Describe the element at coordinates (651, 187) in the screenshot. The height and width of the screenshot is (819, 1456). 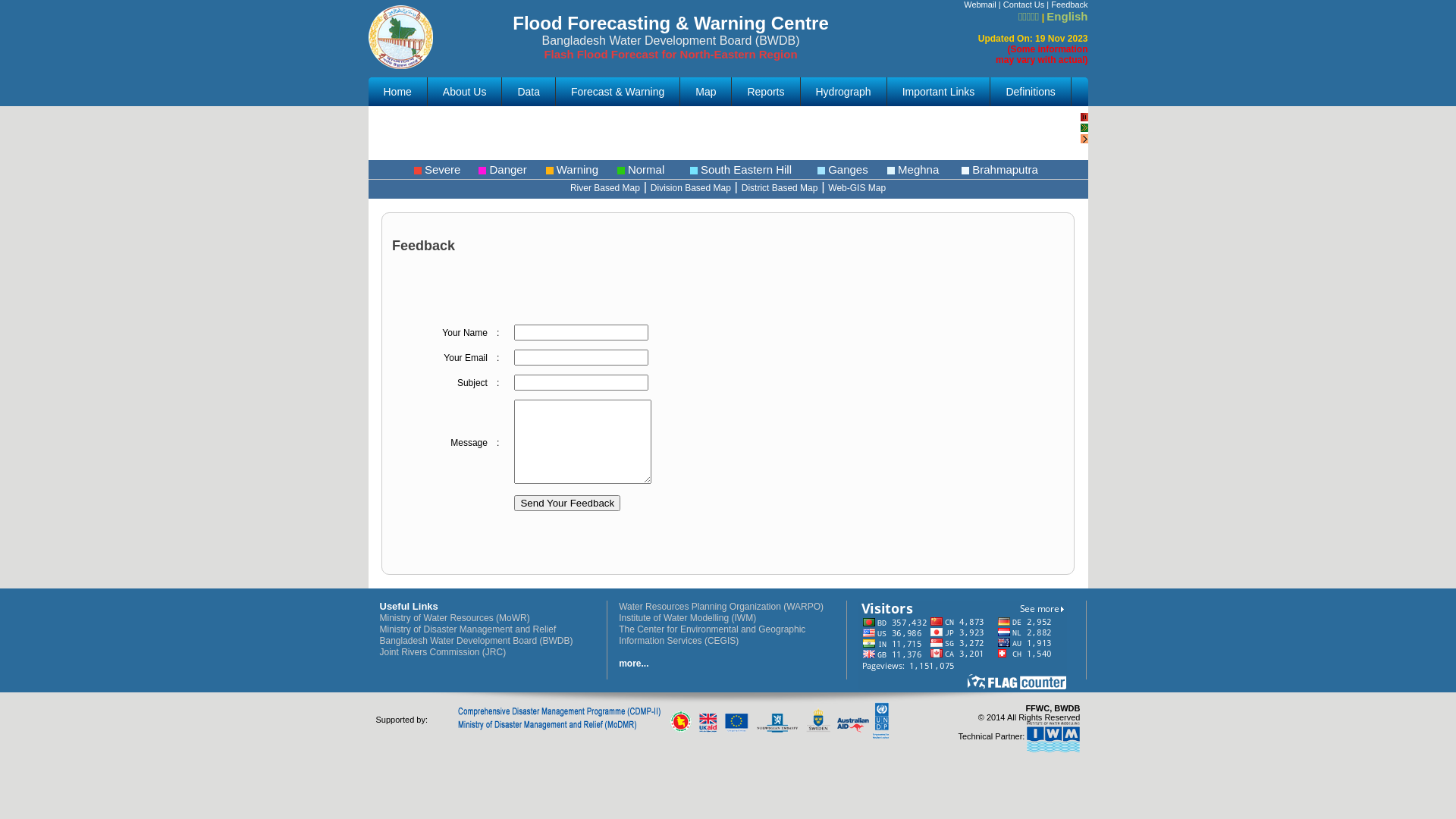
I see `'Division Based Map'` at that location.